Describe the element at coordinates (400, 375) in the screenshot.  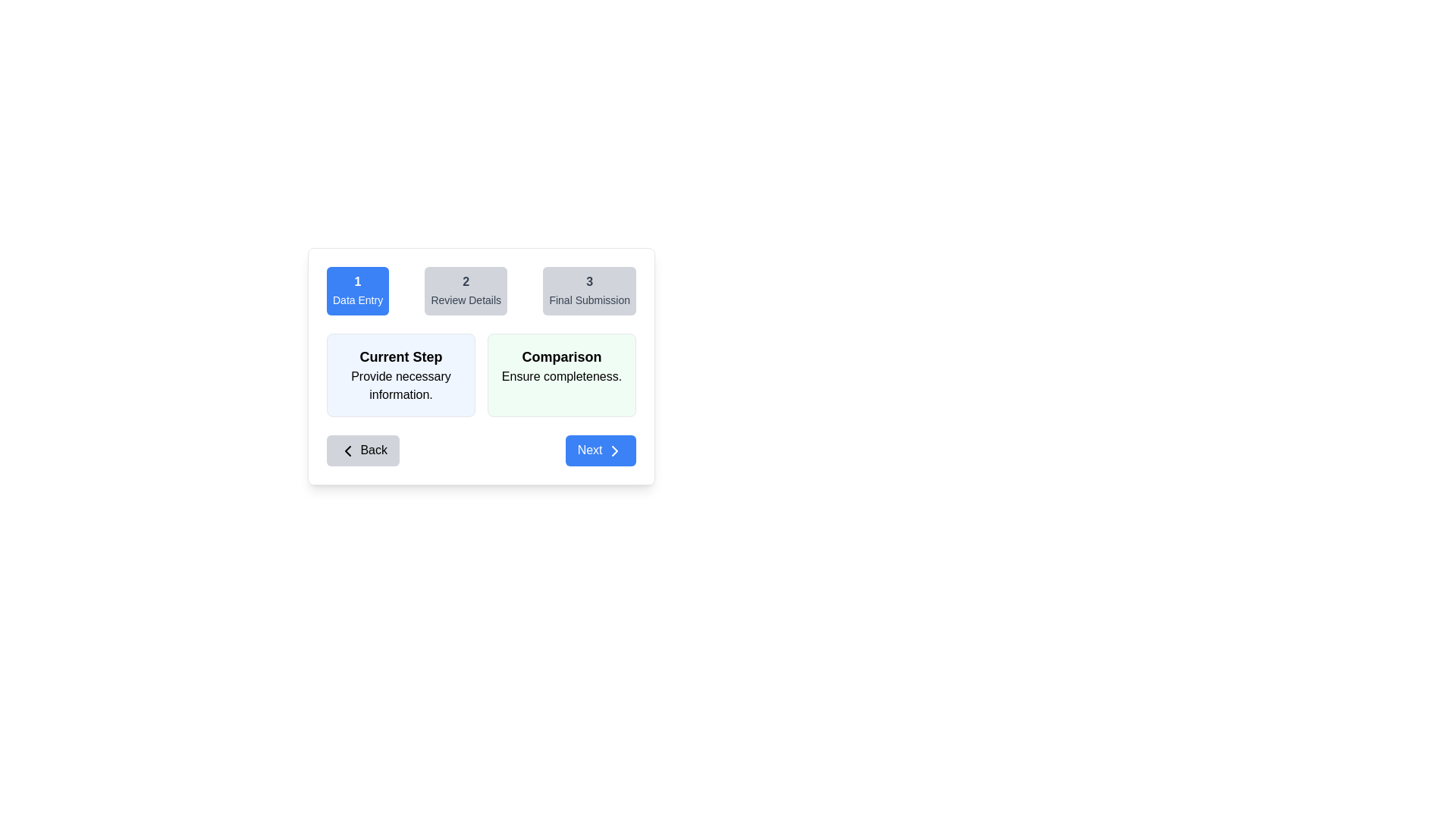
I see `the Informational card which has 'Current Step' in bold and 'Provide necessary information.' in smaller font, located on the left side of the sibling card labeled 'Comparison Ensure completeness'` at that location.